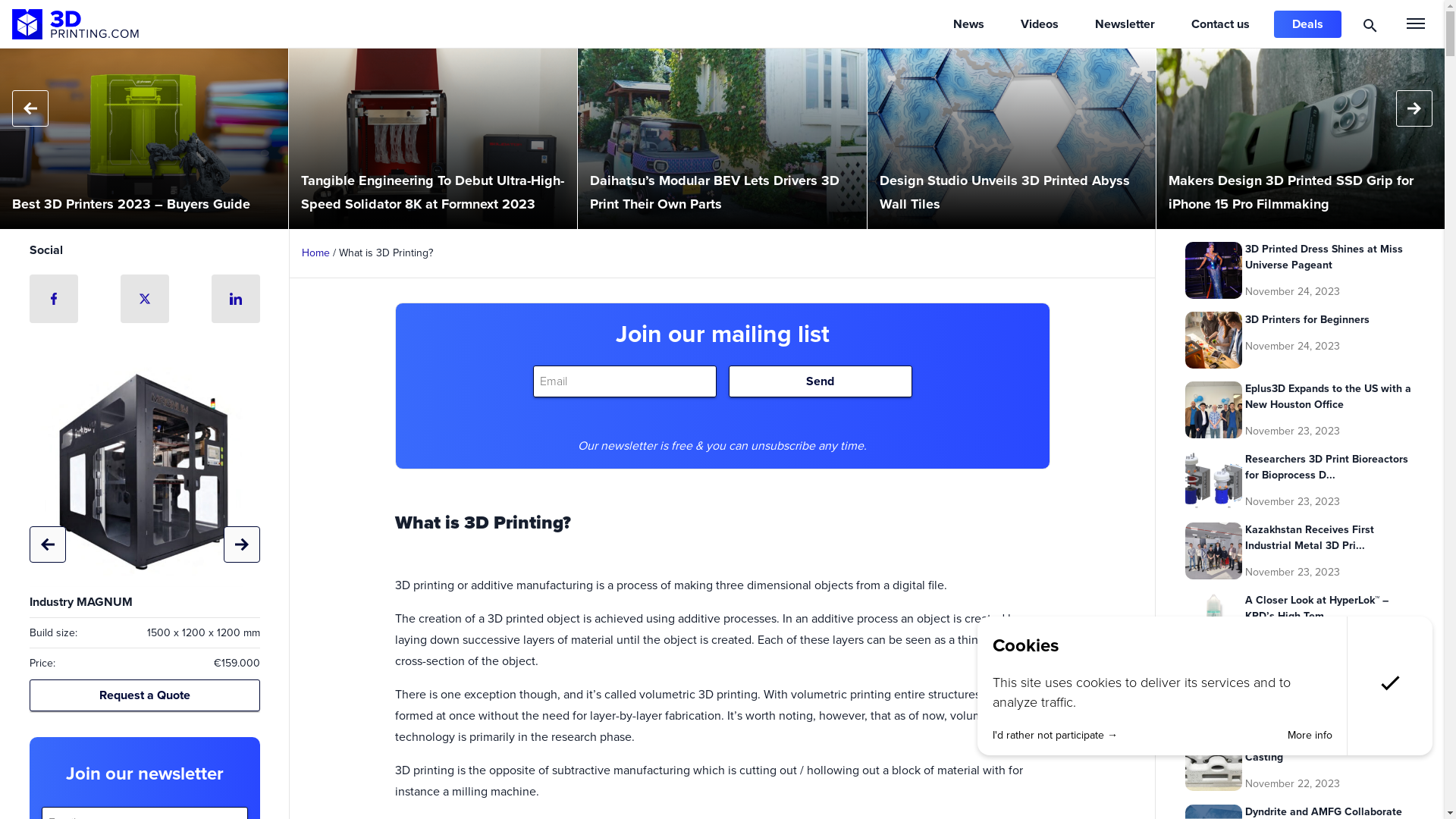 The width and height of the screenshot is (1456, 819). What do you see at coordinates (1012, 138) in the screenshot?
I see `'Design Studio Unveils 3D Printed Abyss Wall Tiles'` at bounding box center [1012, 138].